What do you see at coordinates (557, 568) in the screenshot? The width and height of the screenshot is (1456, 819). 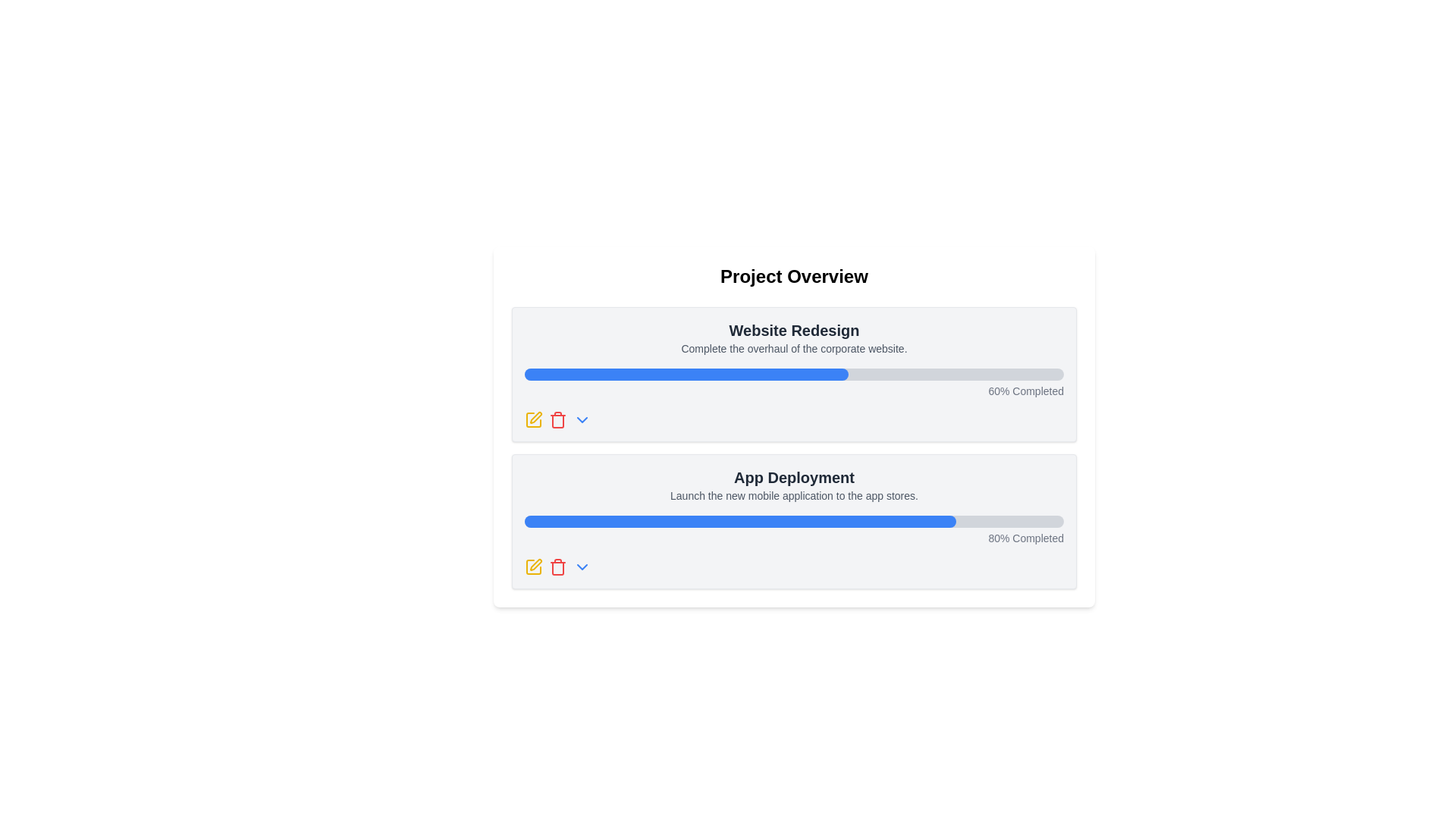 I see `the delete icon located in the lower project card next to the progress bar and adjacent to the yellow edit icon` at bounding box center [557, 568].